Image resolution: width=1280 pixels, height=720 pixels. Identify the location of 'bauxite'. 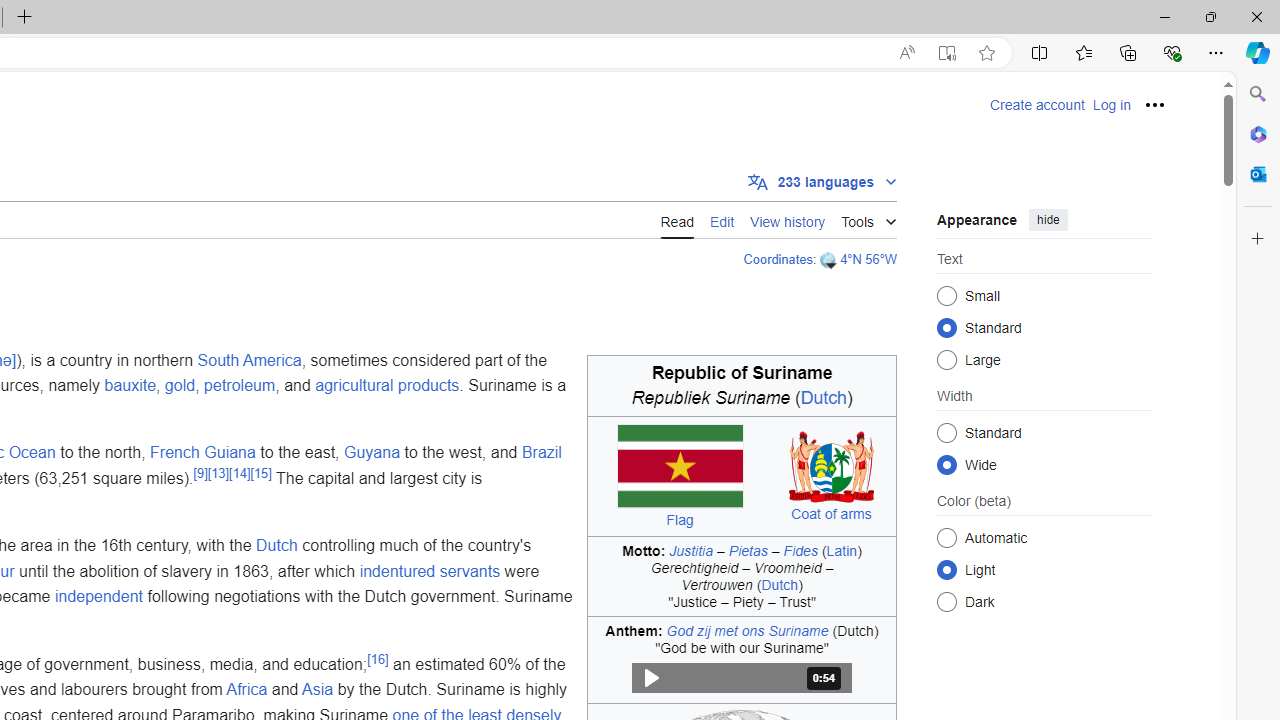
(129, 386).